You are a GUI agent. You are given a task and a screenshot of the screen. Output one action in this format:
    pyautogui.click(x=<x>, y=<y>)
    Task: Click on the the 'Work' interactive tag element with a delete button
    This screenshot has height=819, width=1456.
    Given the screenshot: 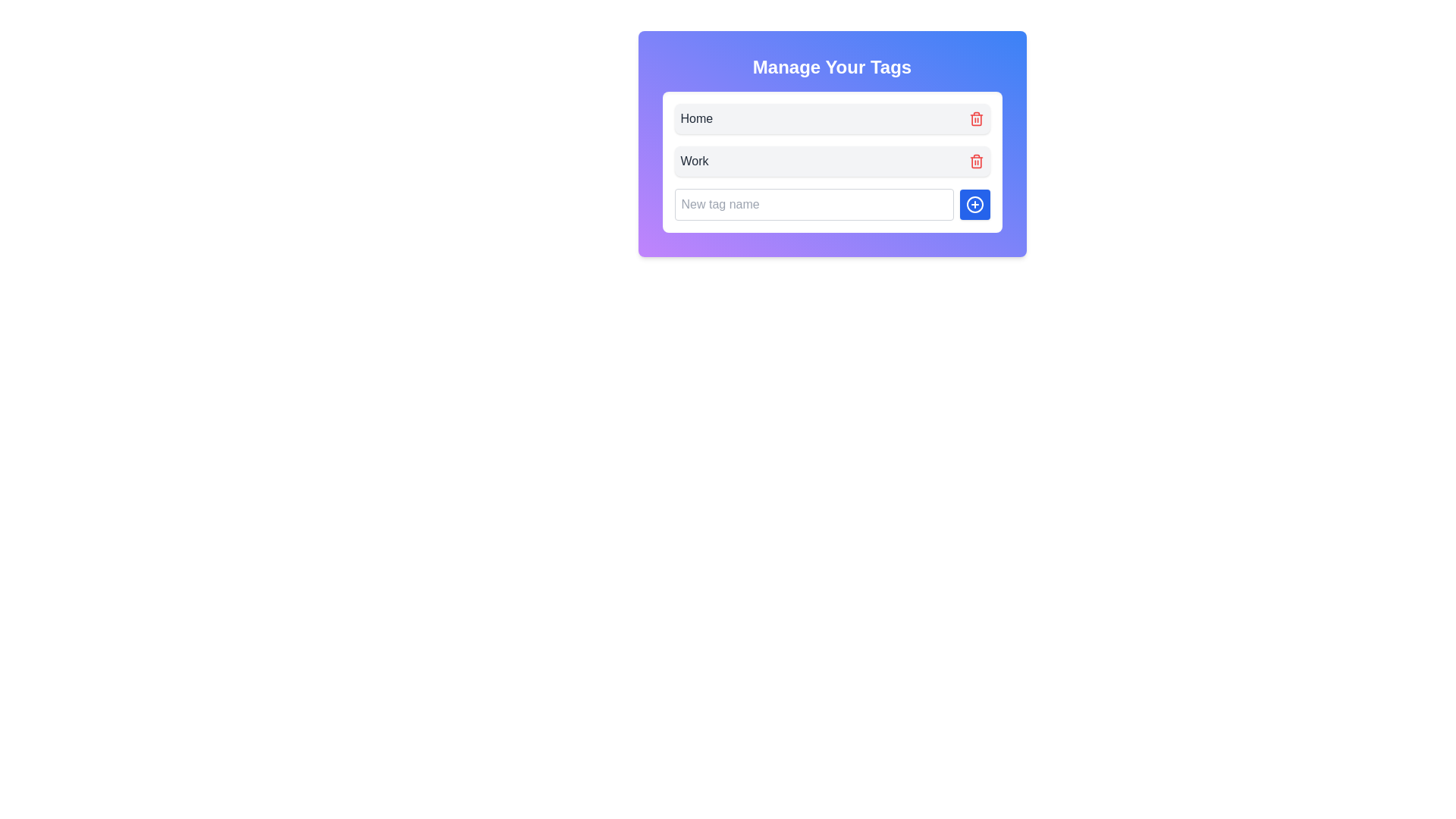 What is the action you would take?
    pyautogui.click(x=831, y=161)
    